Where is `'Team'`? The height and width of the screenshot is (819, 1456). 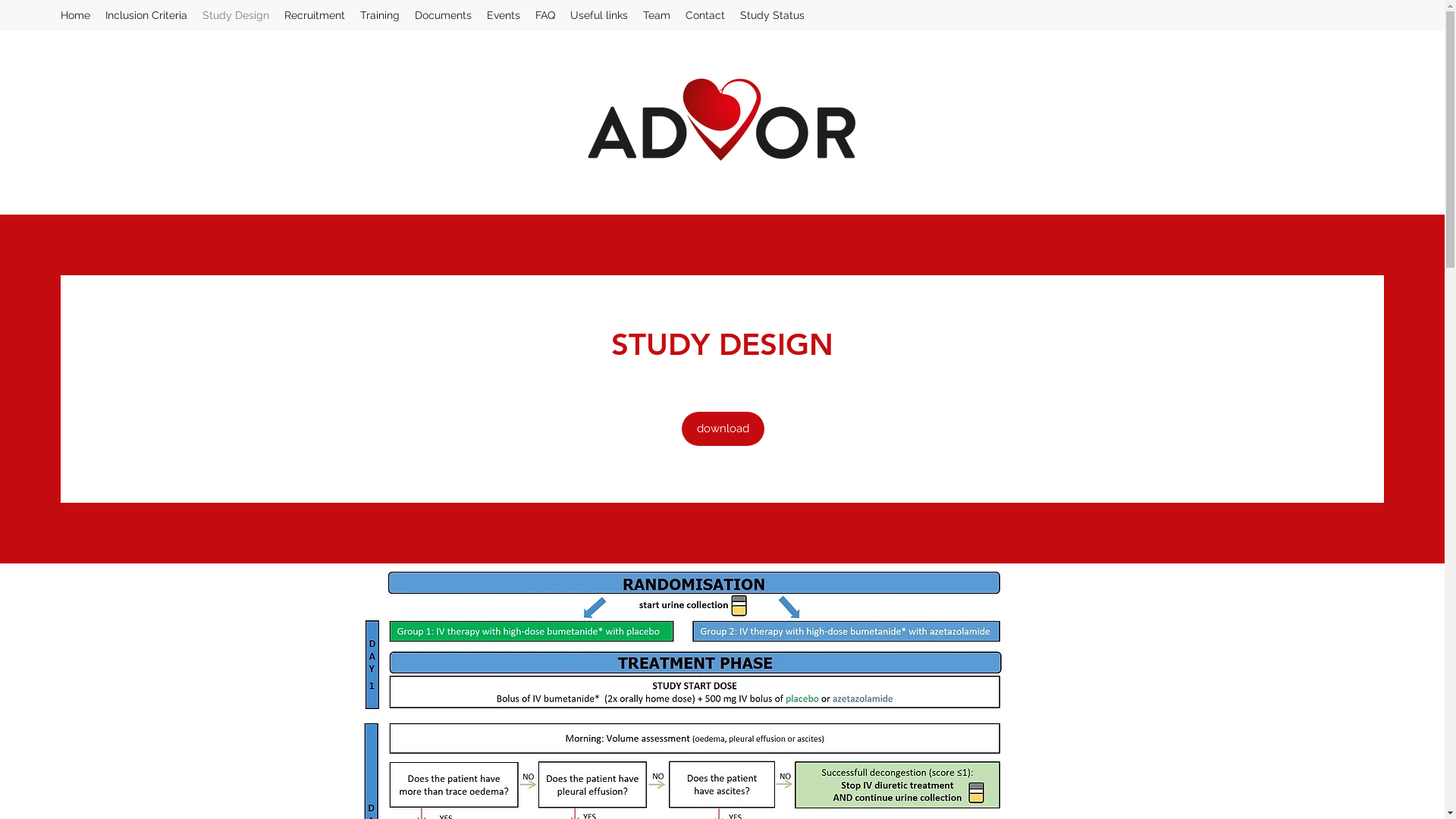 'Team' is located at coordinates (656, 14).